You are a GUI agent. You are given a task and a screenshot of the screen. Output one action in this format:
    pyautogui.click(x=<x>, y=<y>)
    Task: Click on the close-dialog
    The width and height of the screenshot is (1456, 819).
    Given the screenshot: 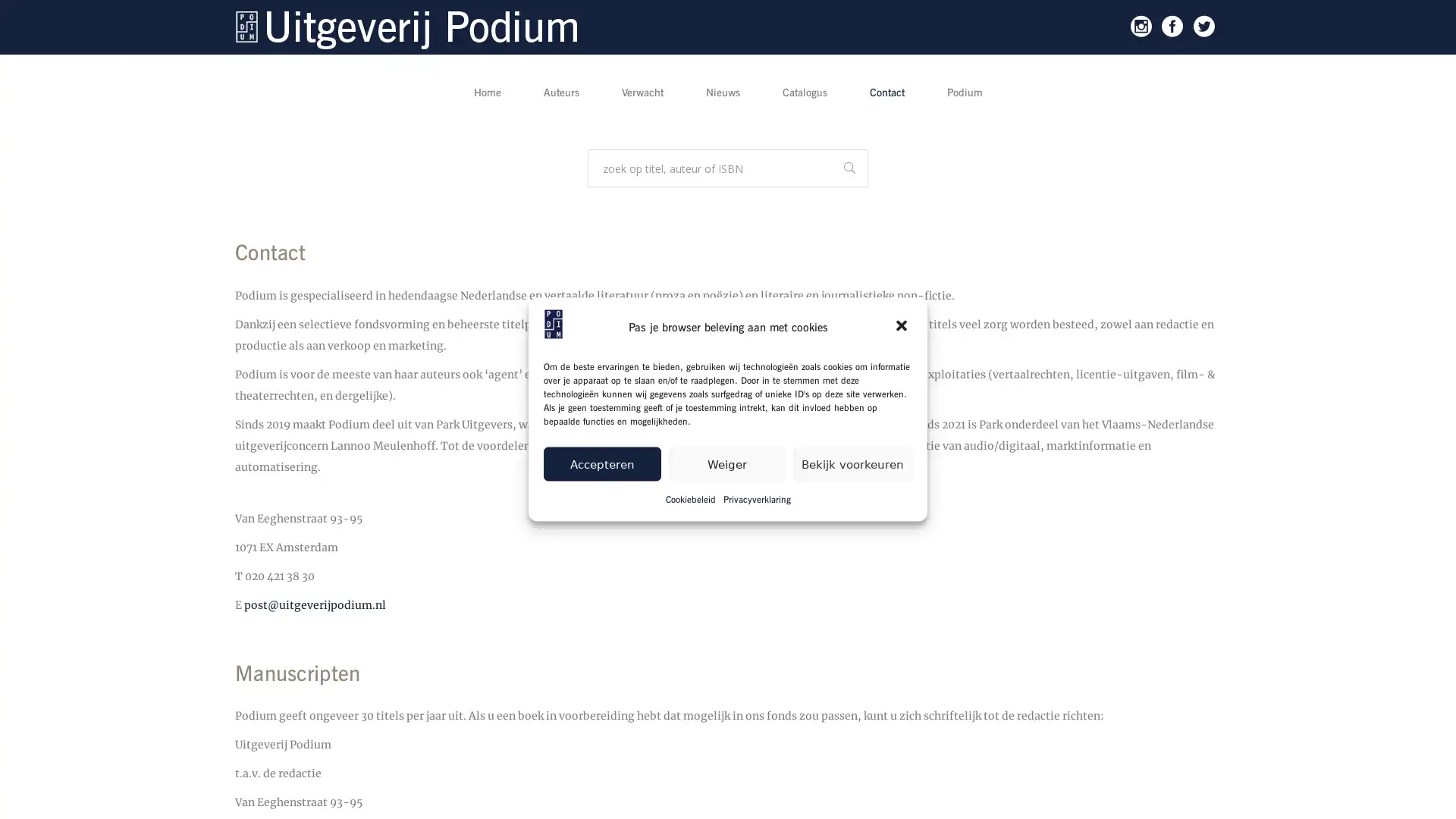 What is the action you would take?
    pyautogui.click(x=902, y=326)
    